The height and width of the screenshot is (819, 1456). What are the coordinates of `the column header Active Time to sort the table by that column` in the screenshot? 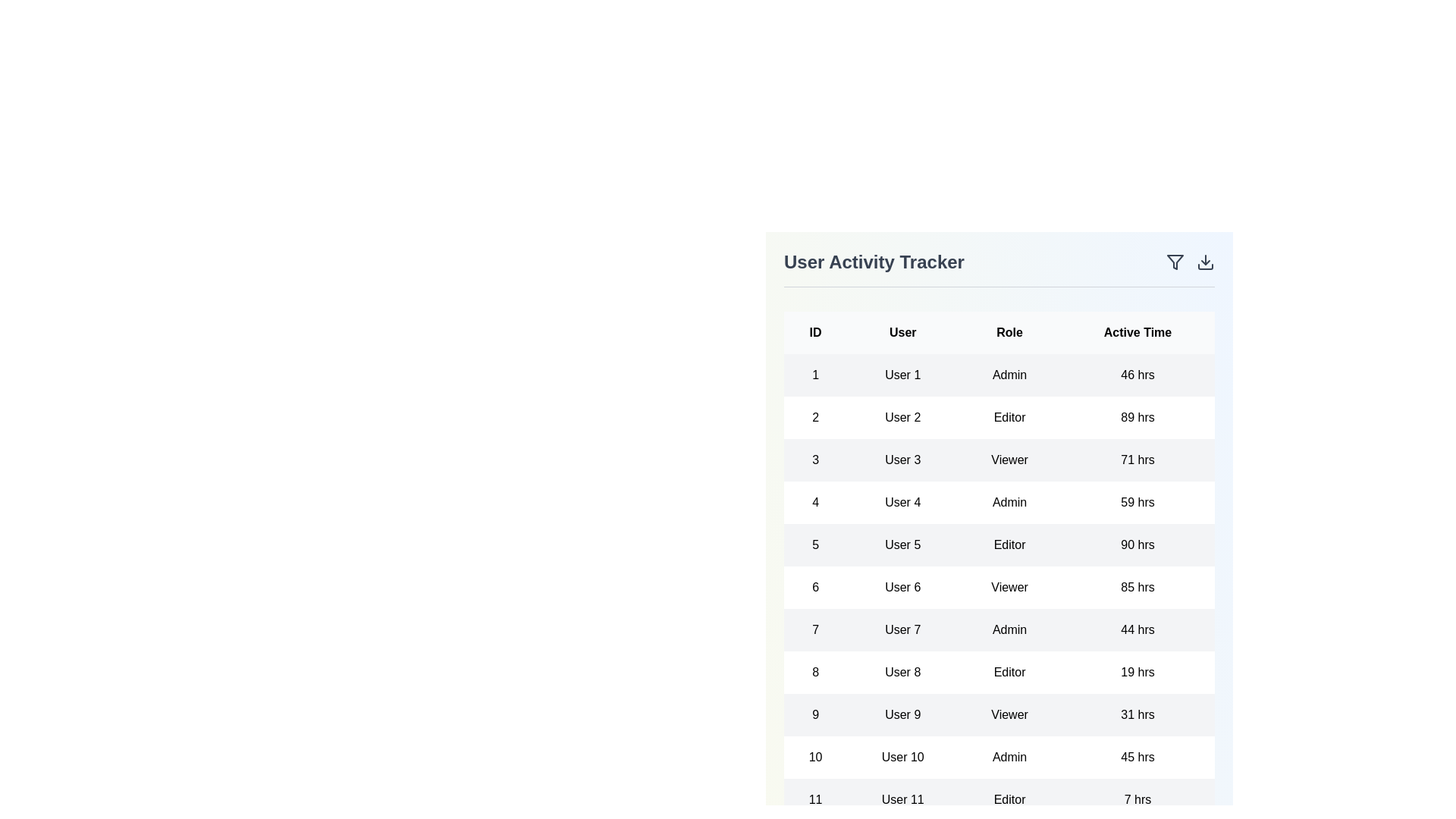 It's located at (1137, 332).